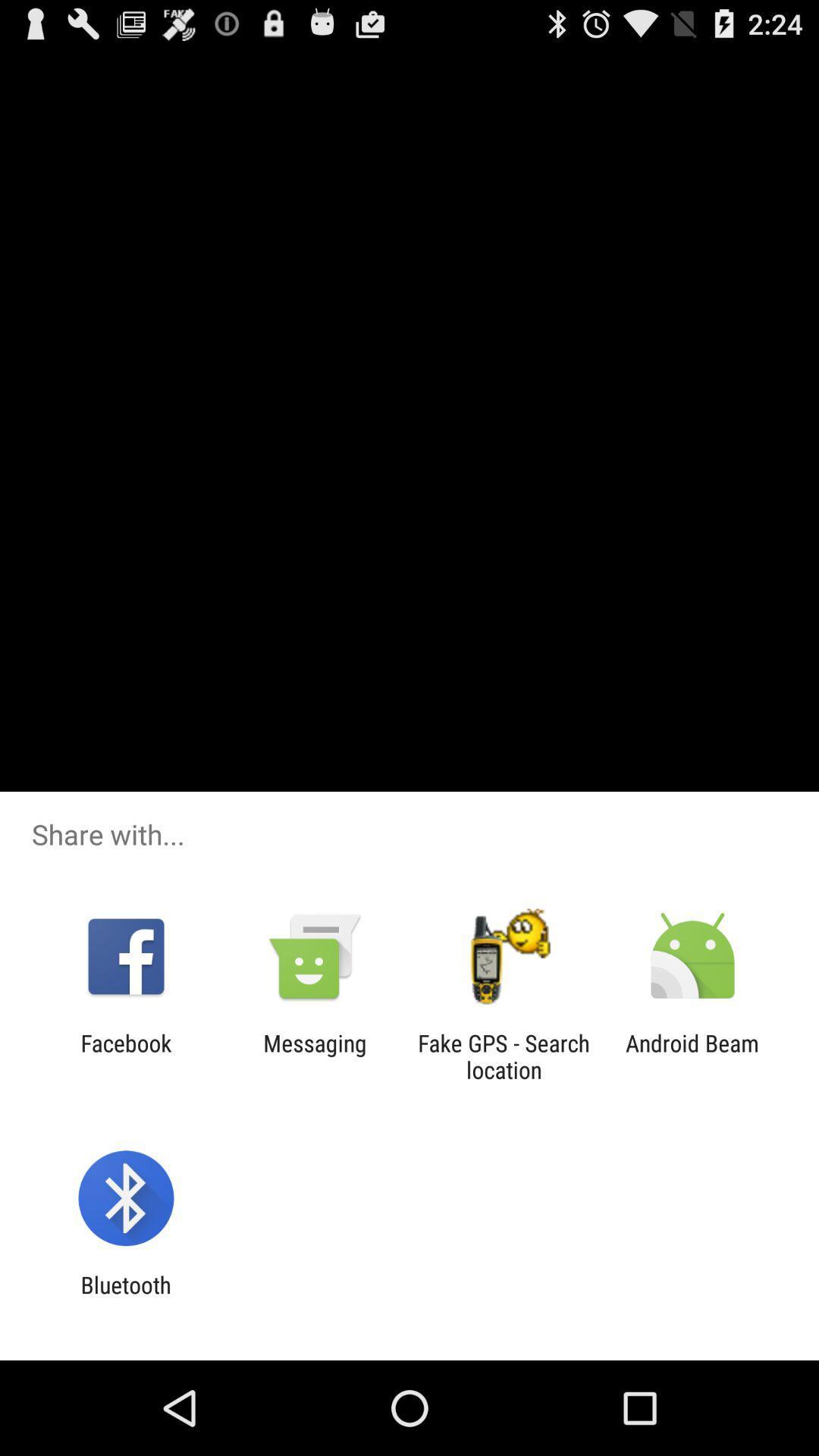  What do you see at coordinates (504, 1056) in the screenshot?
I see `the icon next to messaging` at bounding box center [504, 1056].